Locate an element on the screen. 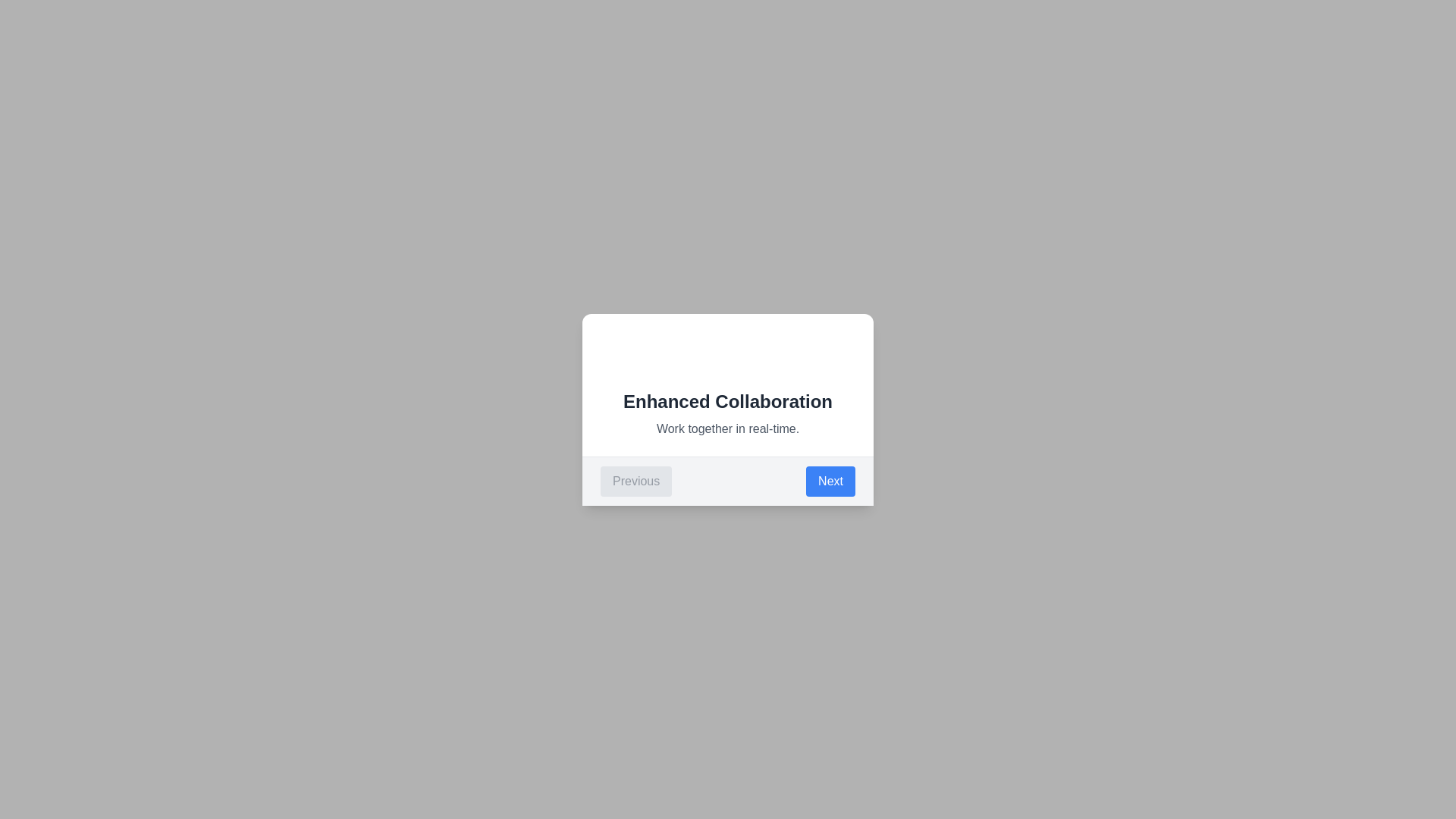  the disabled 'Previous' button located at the bottom left of the dialog box, adjacent to the 'Next' button with a blue background is located at coordinates (636, 481).